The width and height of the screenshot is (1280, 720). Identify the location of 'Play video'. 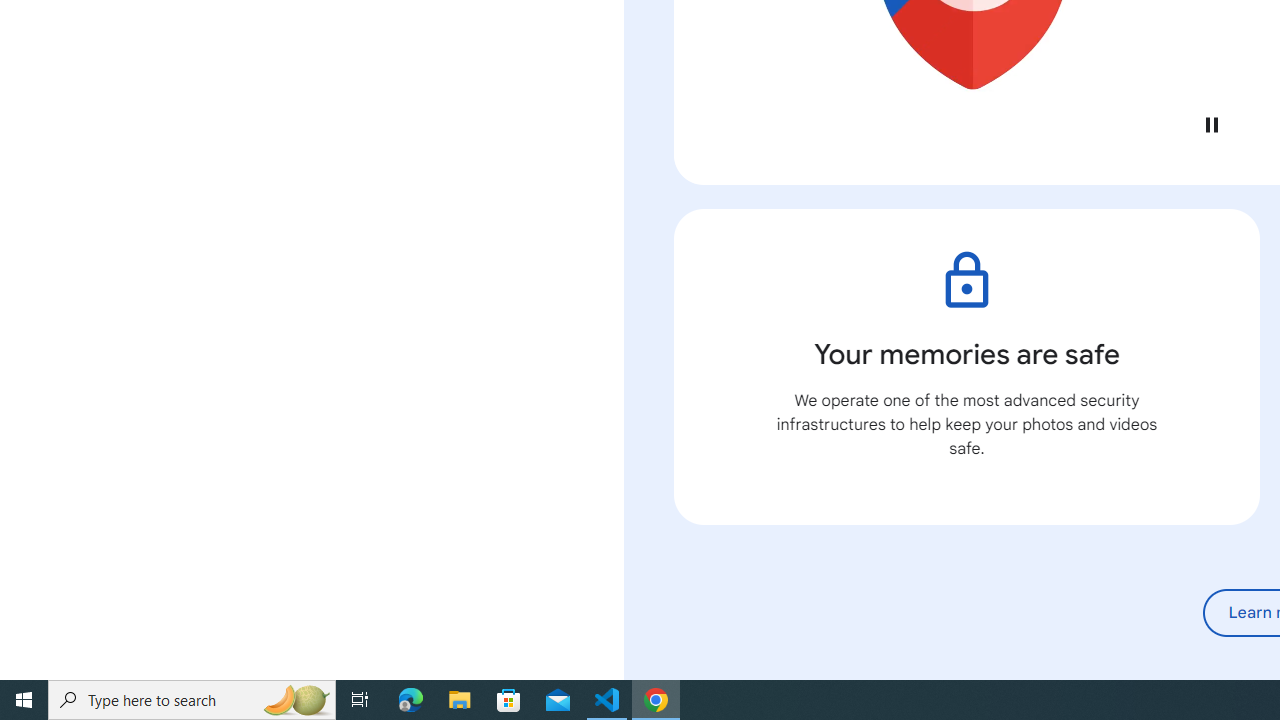
(1210, 124).